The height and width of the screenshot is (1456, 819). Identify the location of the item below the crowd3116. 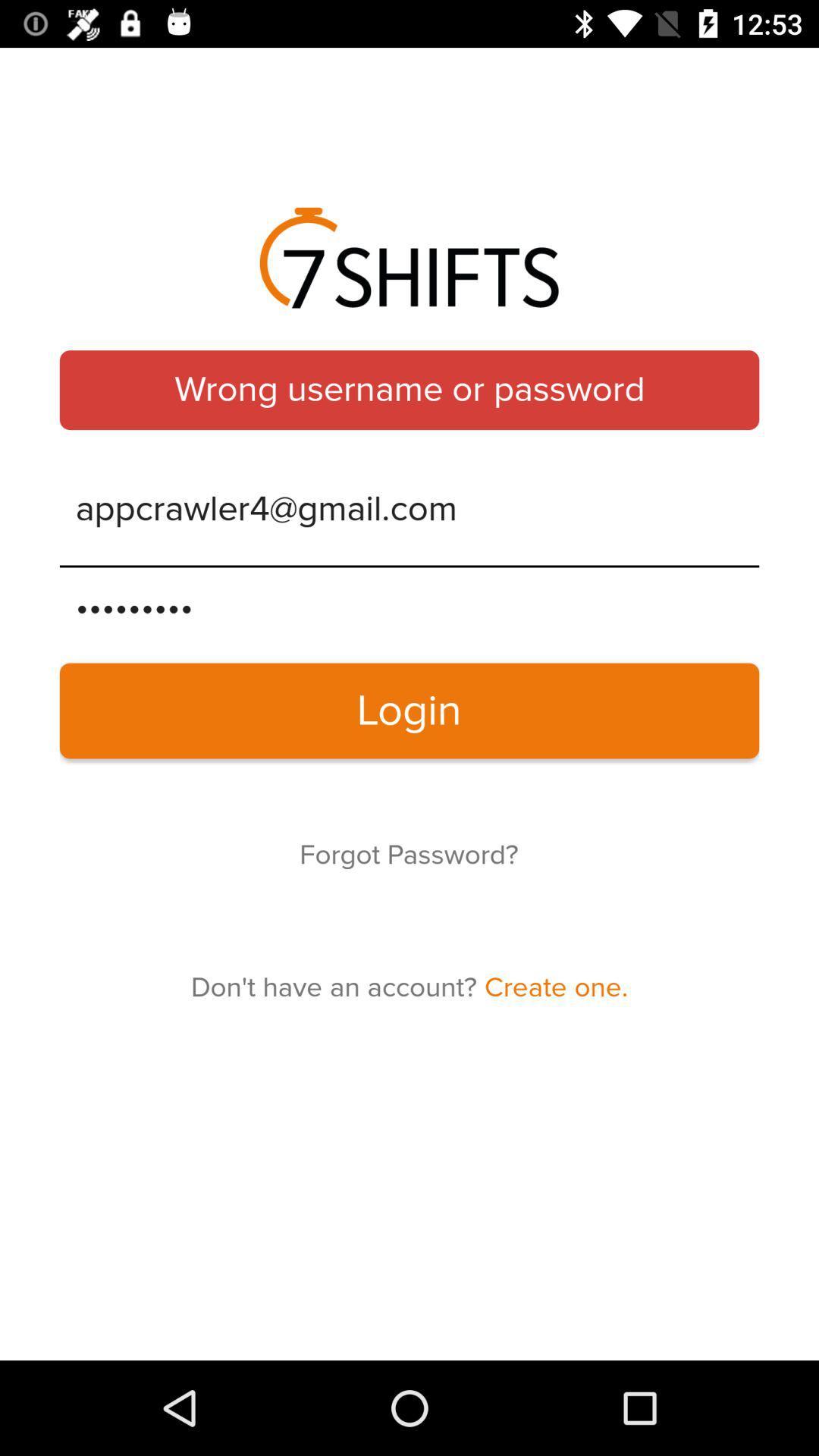
(409, 710).